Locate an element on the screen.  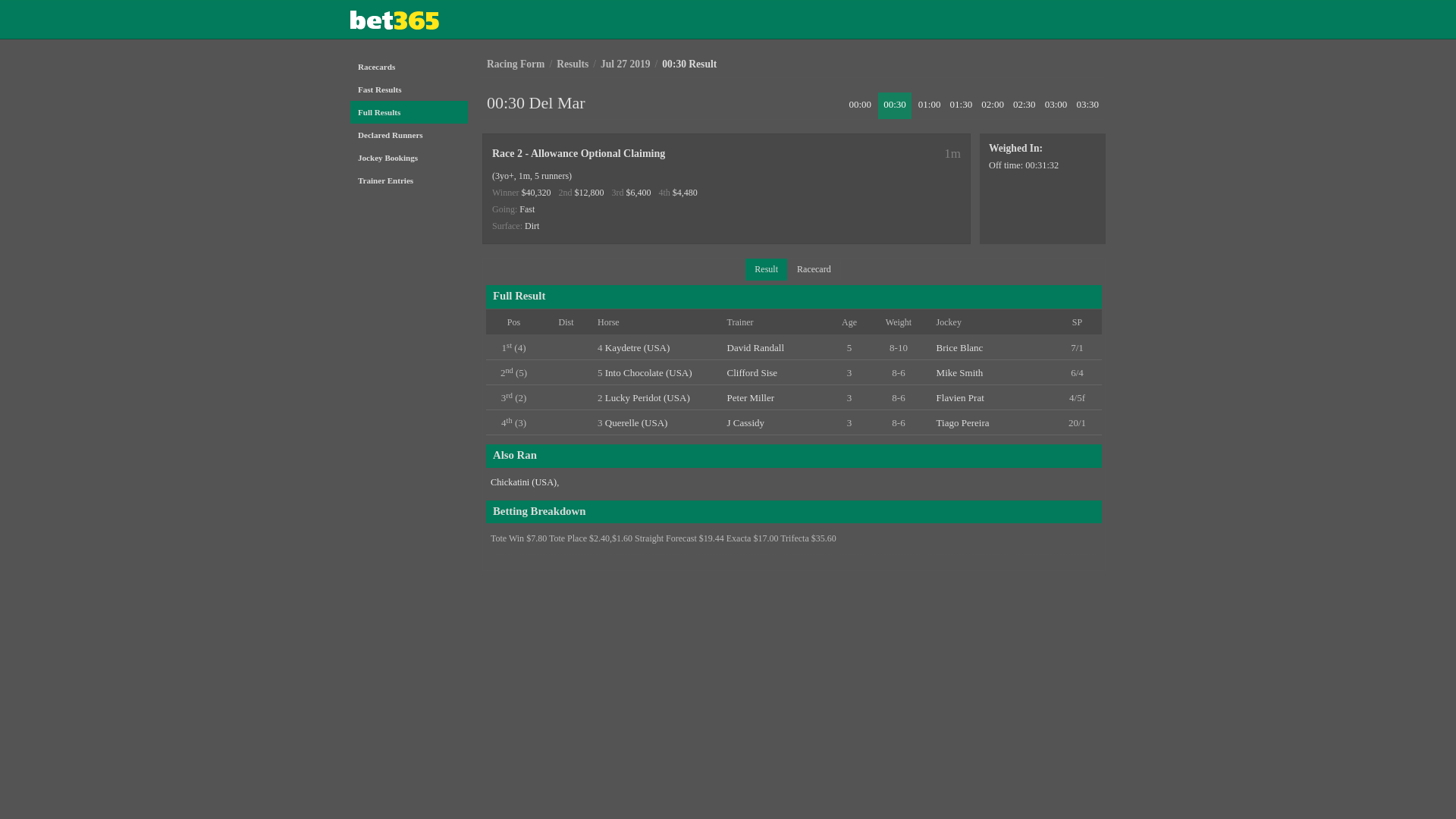
'Fast Results' is located at coordinates (409, 89).